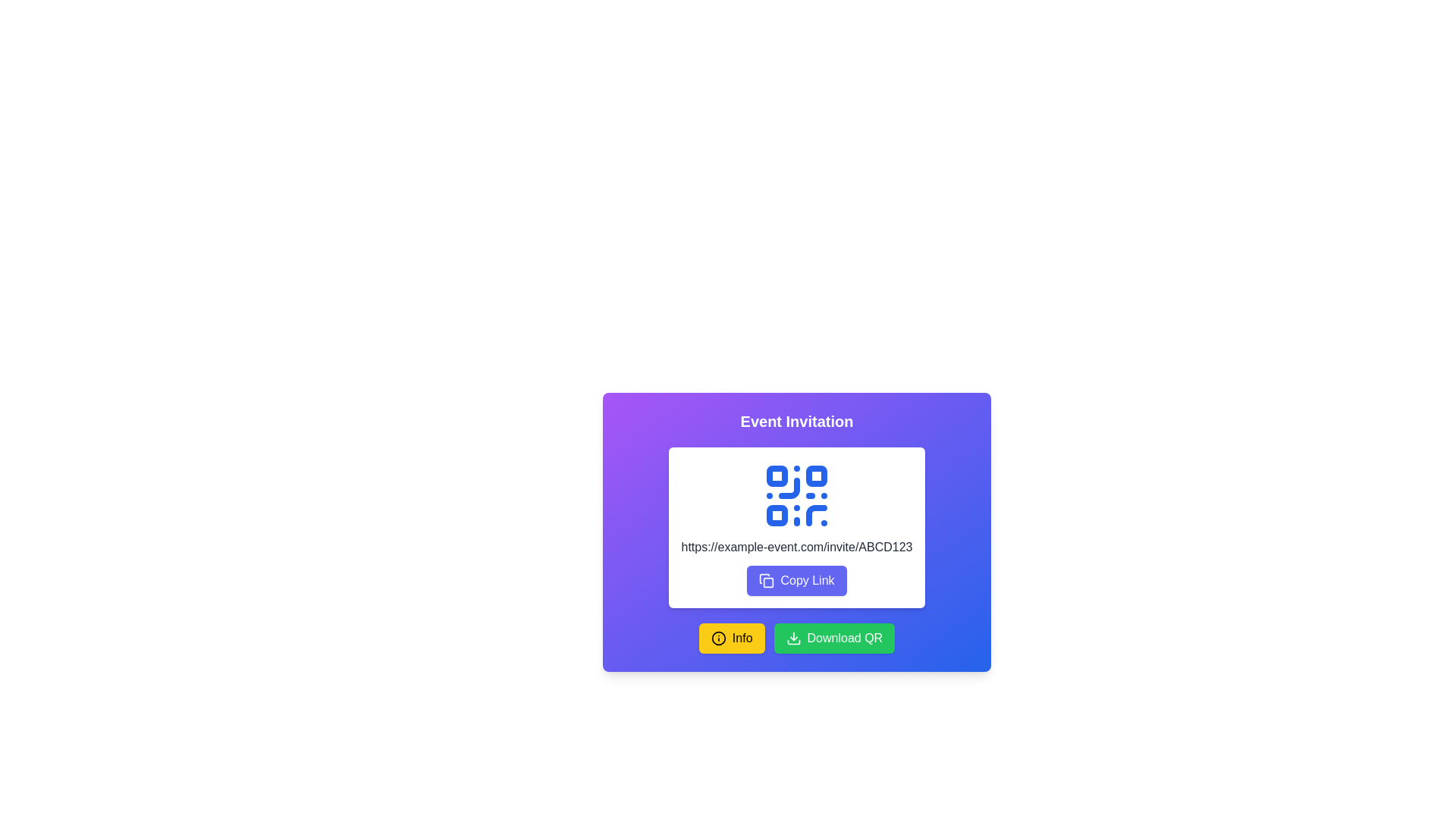 The width and height of the screenshot is (1456, 819). I want to click on the circular informational icon with a yellow background, which is located inside the 'Info' button at the bottom of the card component, so click(717, 638).